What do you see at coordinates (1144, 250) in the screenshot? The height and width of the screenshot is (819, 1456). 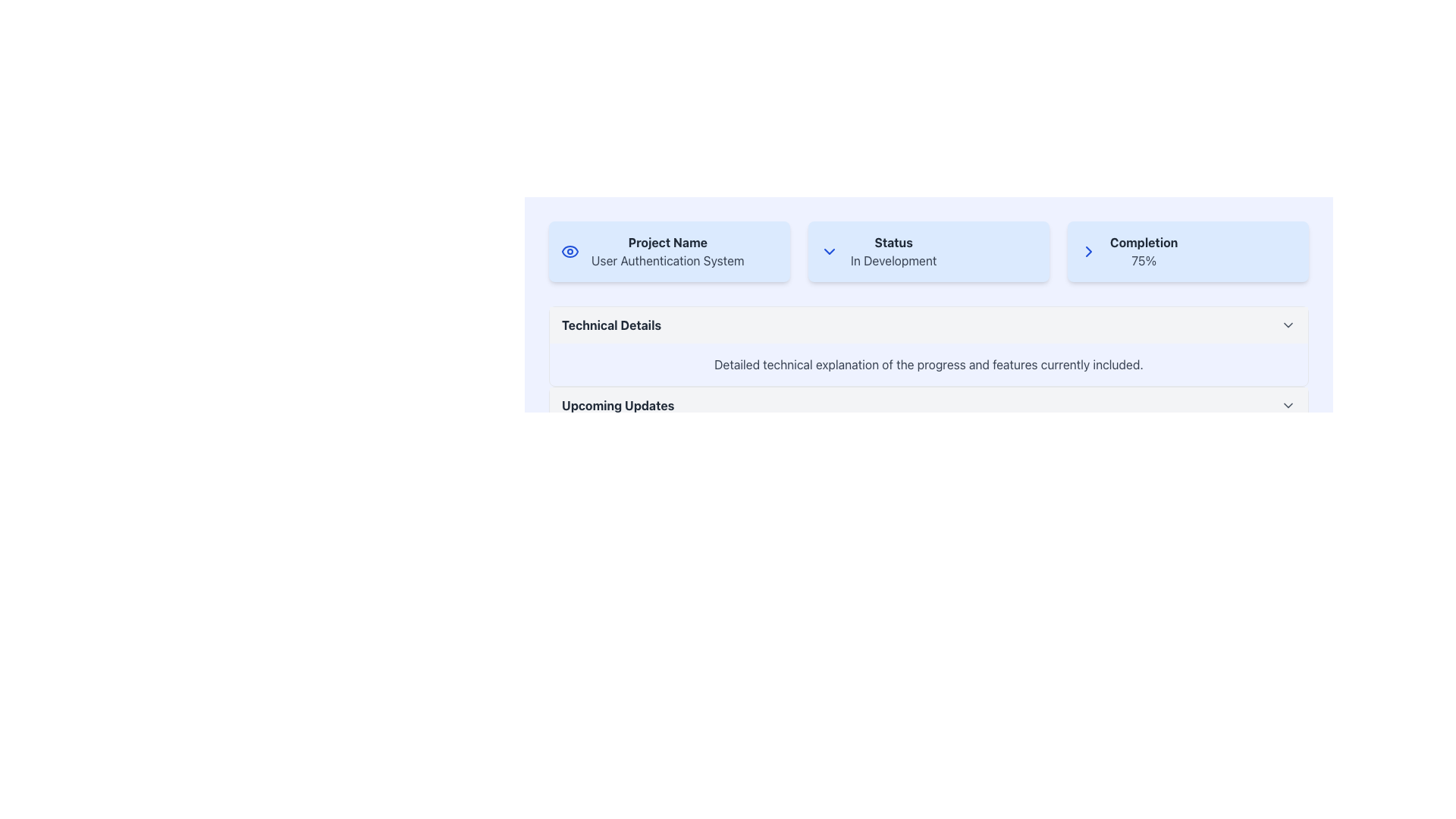 I see `the 'Completion' label displaying '75%' in the rightmost card at the top of the interface` at bounding box center [1144, 250].